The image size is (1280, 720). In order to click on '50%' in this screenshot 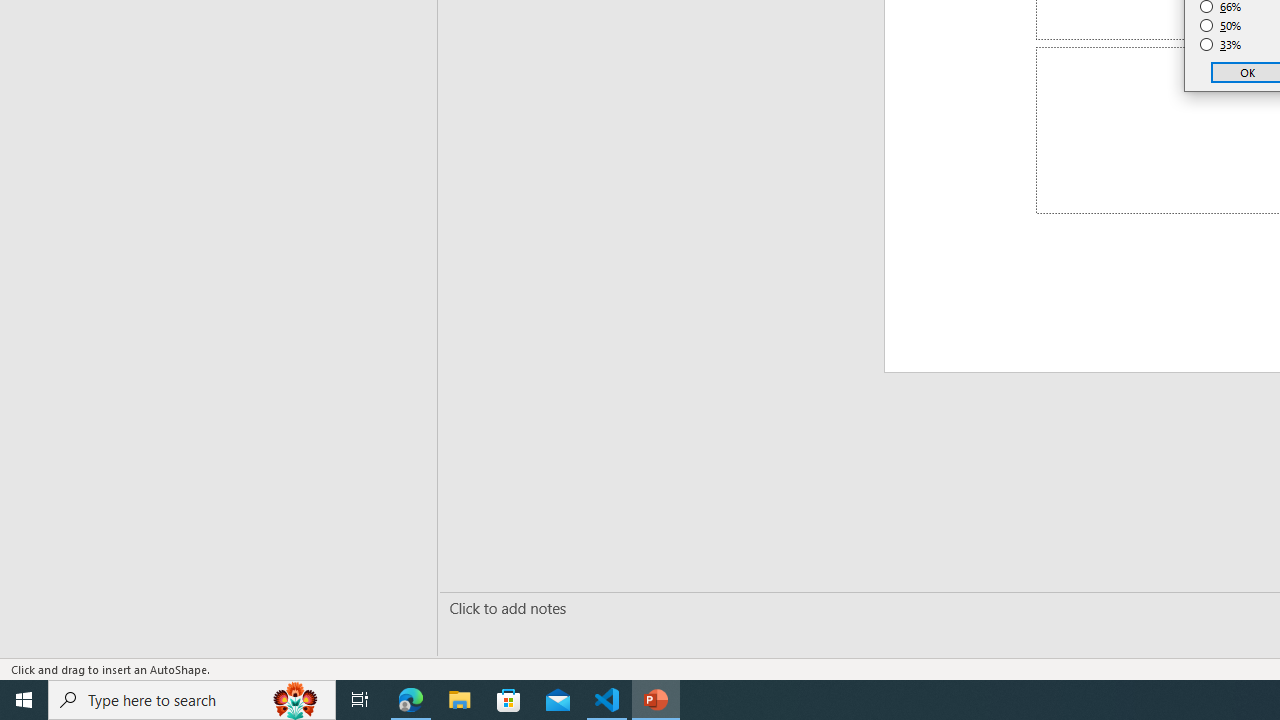, I will do `click(1220, 25)`.